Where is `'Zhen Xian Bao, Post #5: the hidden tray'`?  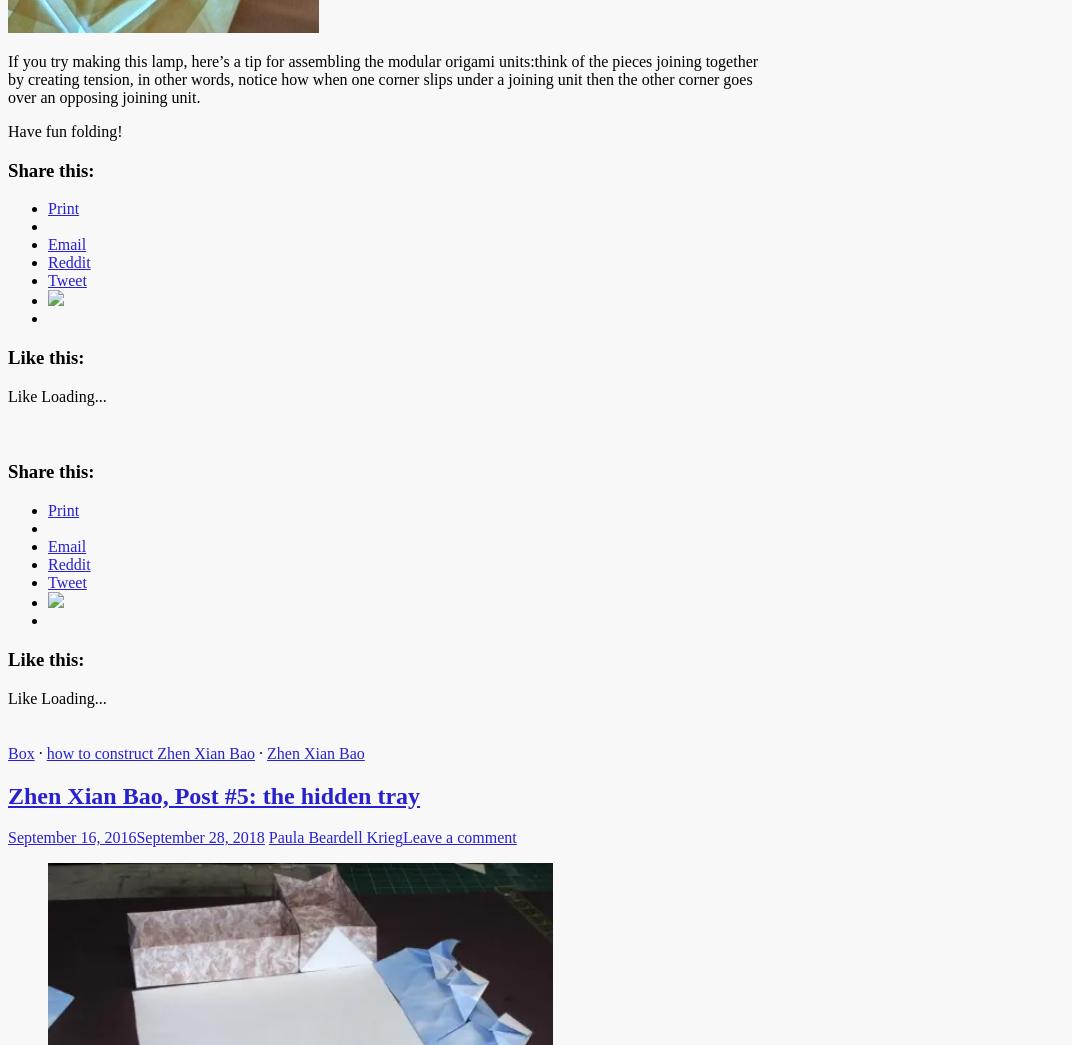
'Zhen Xian Bao, Post #5: the hidden tray' is located at coordinates (213, 795).